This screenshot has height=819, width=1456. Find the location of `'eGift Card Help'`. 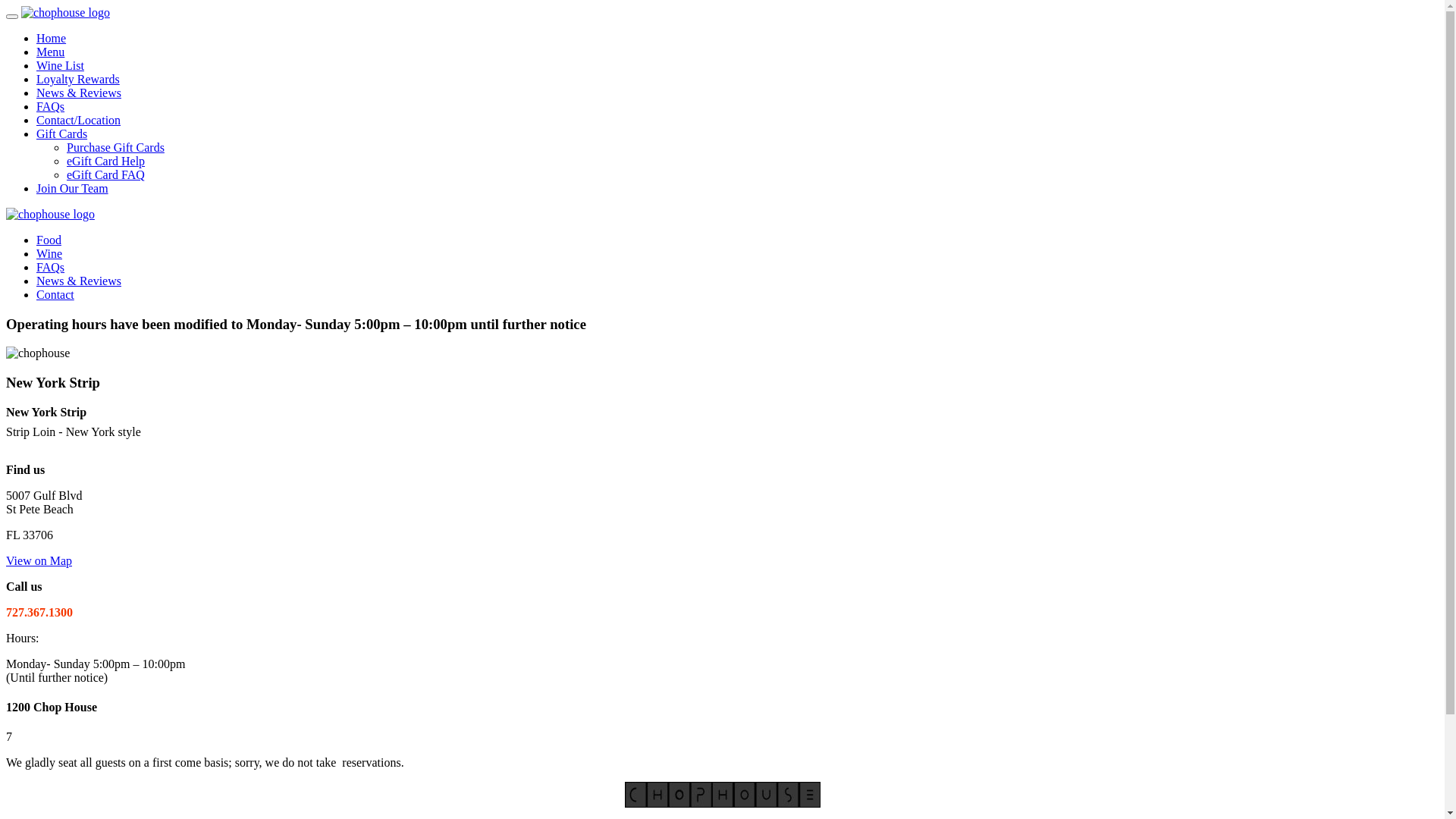

'eGift Card Help' is located at coordinates (105, 161).